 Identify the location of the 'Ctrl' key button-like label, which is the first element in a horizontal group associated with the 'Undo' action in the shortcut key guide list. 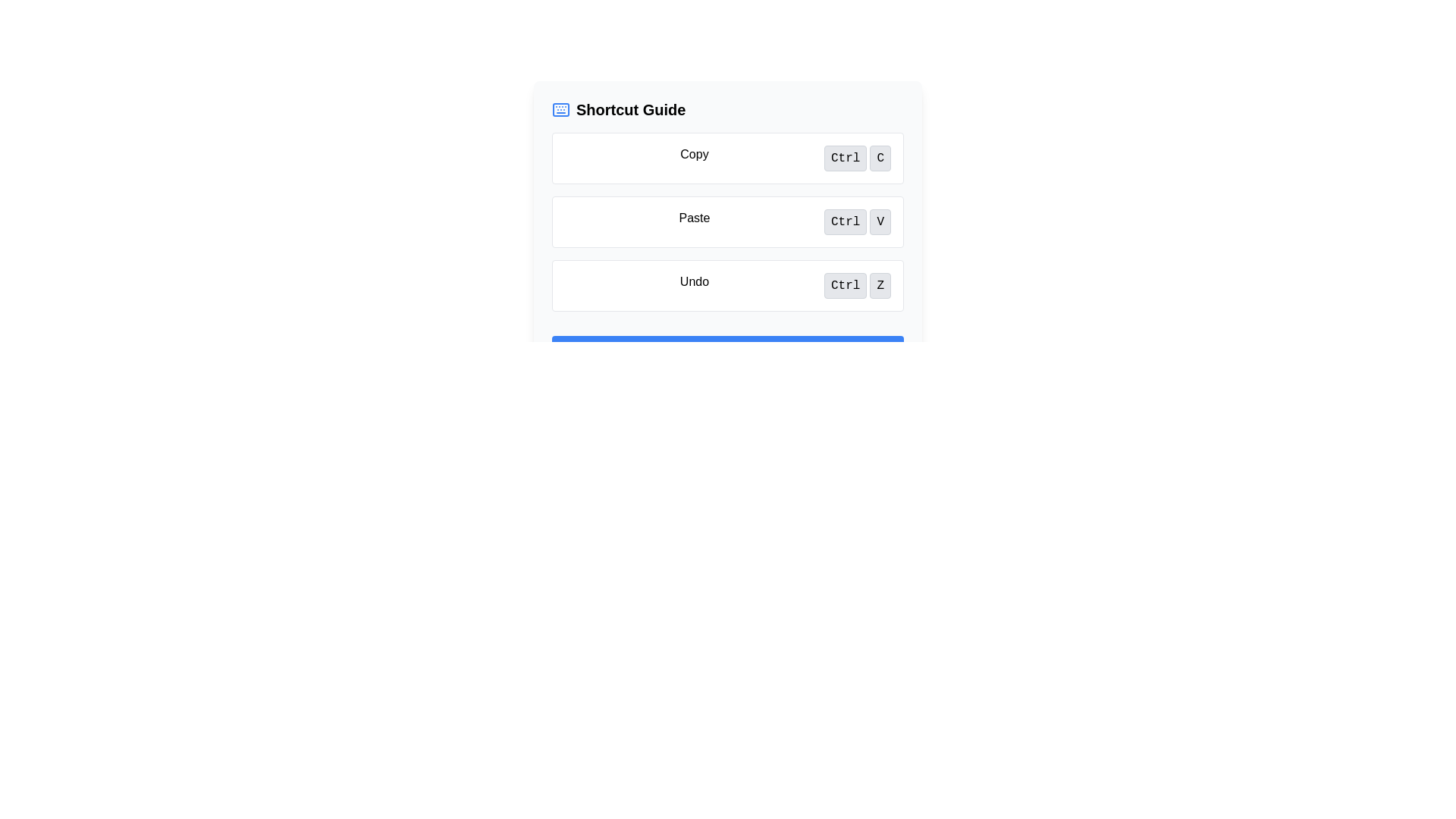
(845, 286).